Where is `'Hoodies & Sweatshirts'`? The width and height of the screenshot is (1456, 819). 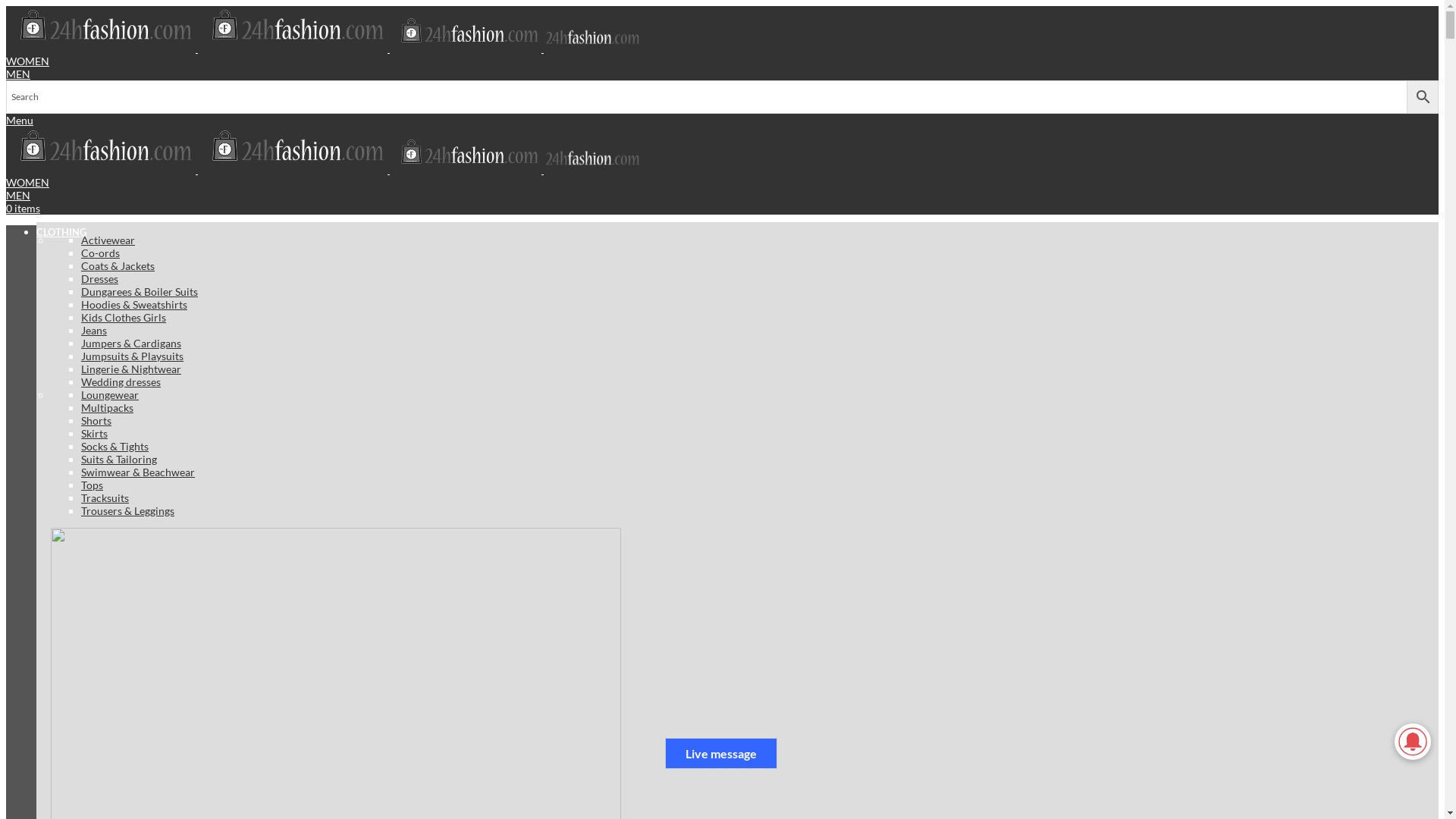 'Hoodies & Sweatshirts' is located at coordinates (134, 303).